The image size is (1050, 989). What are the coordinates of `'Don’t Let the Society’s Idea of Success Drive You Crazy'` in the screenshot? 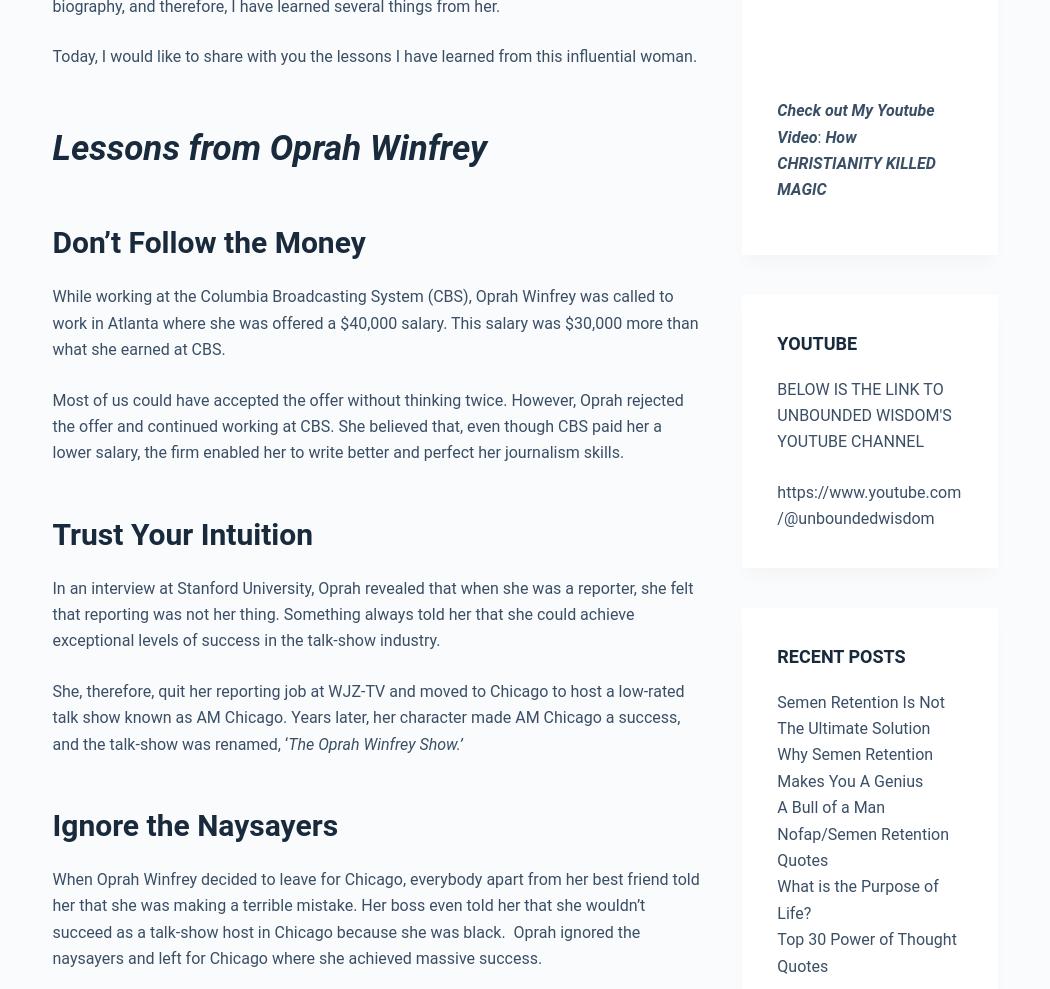 It's located at (514, 660).